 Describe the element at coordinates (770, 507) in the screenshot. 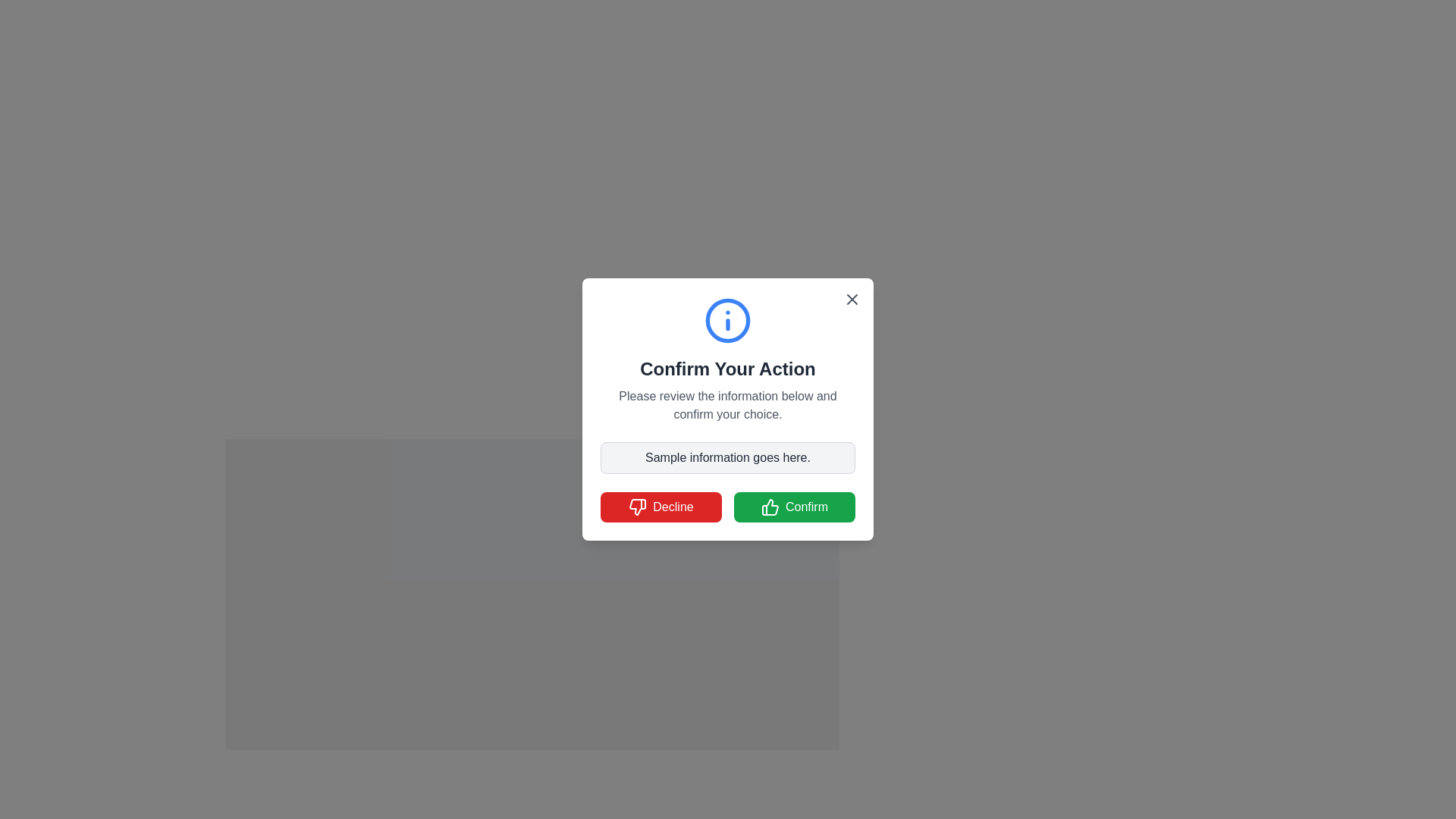

I see `the 'Confirm' button by clicking on the confirmation icon located at the lower-right corner of the dialog box, which is the rightmost icon of the button` at that location.